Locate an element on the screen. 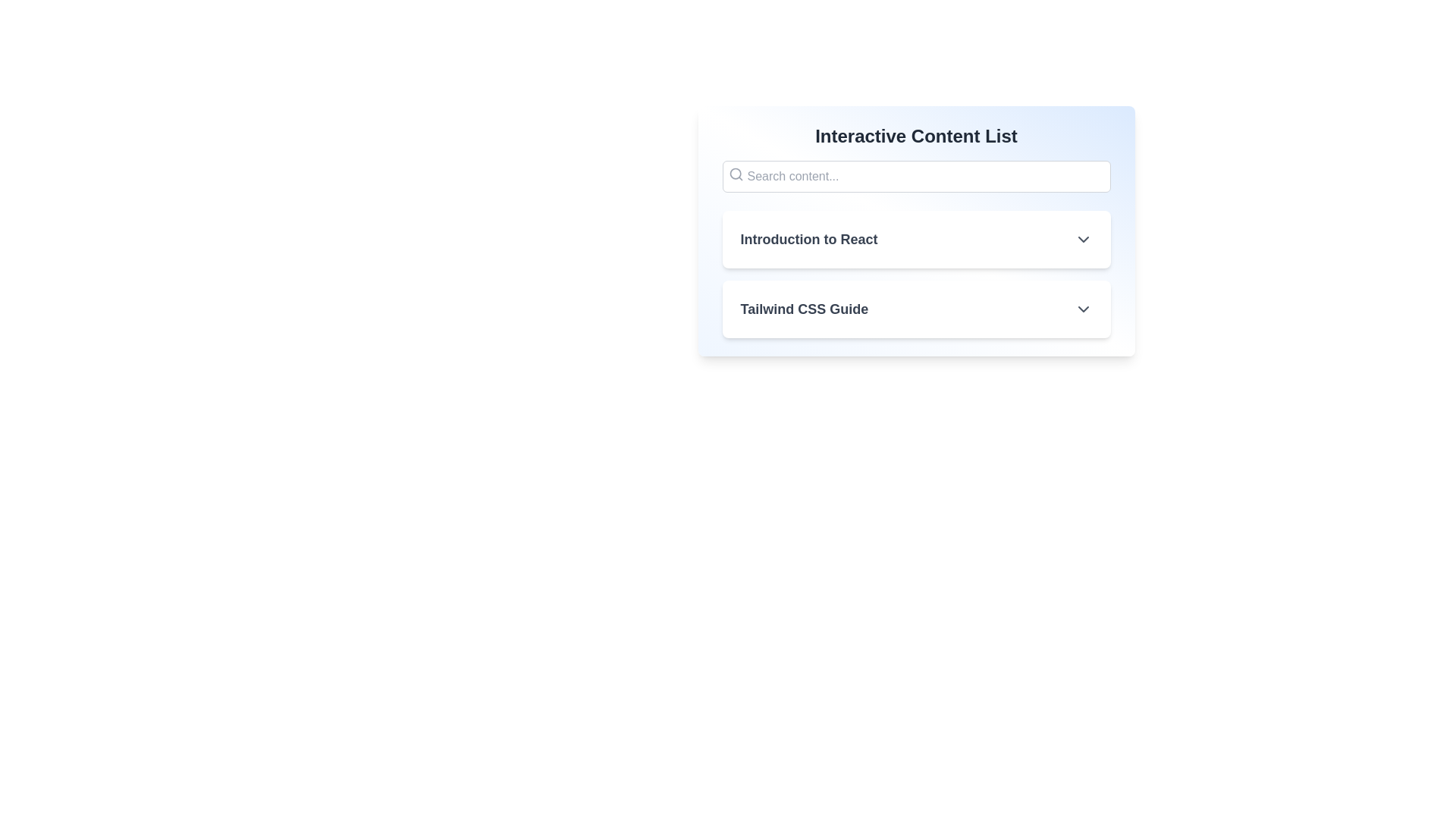 Image resolution: width=1456 pixels, height=819 pixels. the icon accompanying the list item titled 'Introduction to React' to toggle its expanded state is located at coordinates (1082, 239).